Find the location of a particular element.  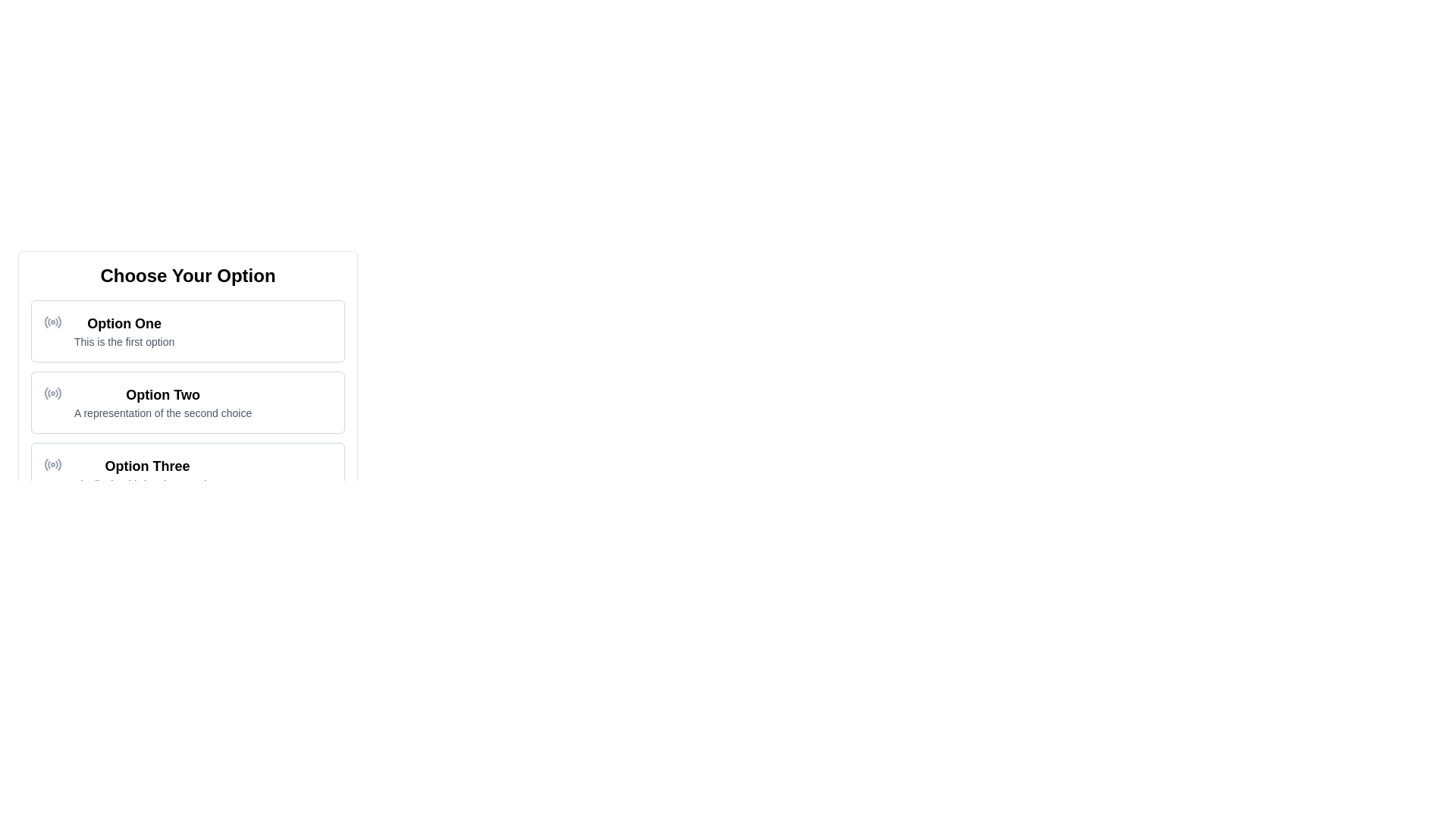

the first decorative vector graphic line segment of the radio button's outer ring, located under the text 'Option Three' is located at coordinates (46, 464).